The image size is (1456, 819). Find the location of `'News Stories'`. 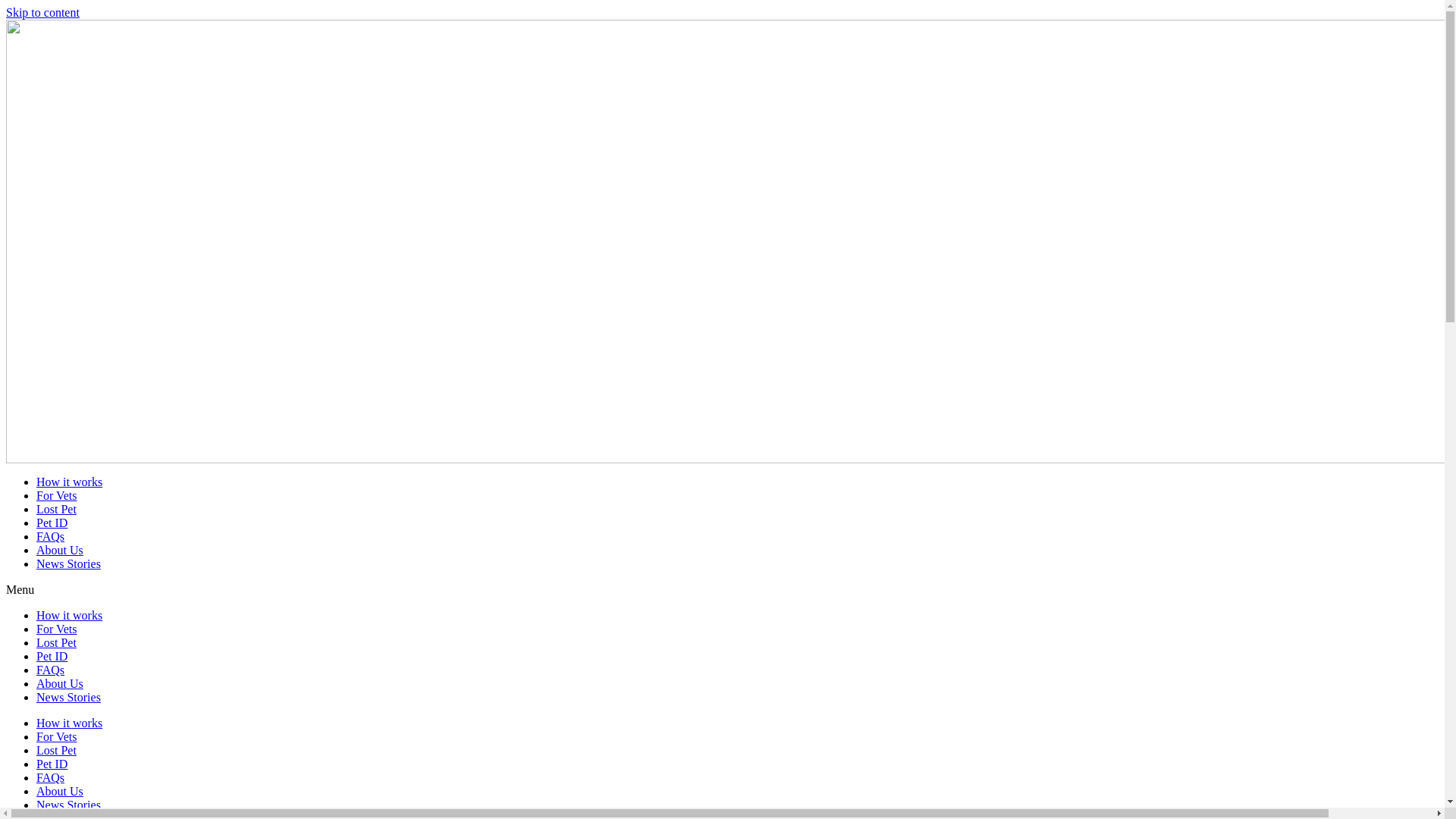

'News Stories' is located at coordinates (67, 563).